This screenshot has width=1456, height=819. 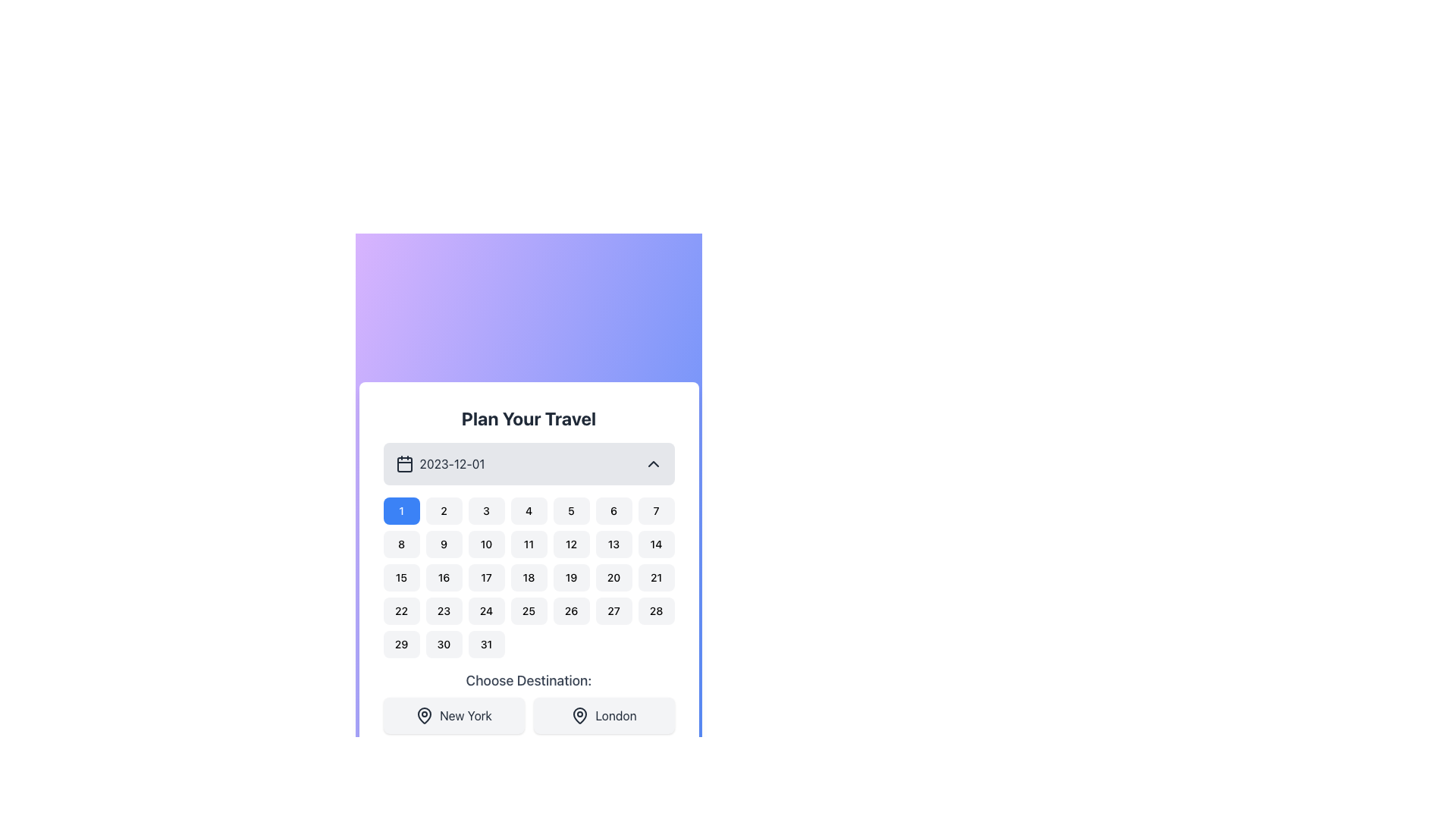 What do you see at coordinates (486, 610) in the screenshot?
I see `the small rectangular button with rounded borders labeled '24'` at bounding box center [486, 610].